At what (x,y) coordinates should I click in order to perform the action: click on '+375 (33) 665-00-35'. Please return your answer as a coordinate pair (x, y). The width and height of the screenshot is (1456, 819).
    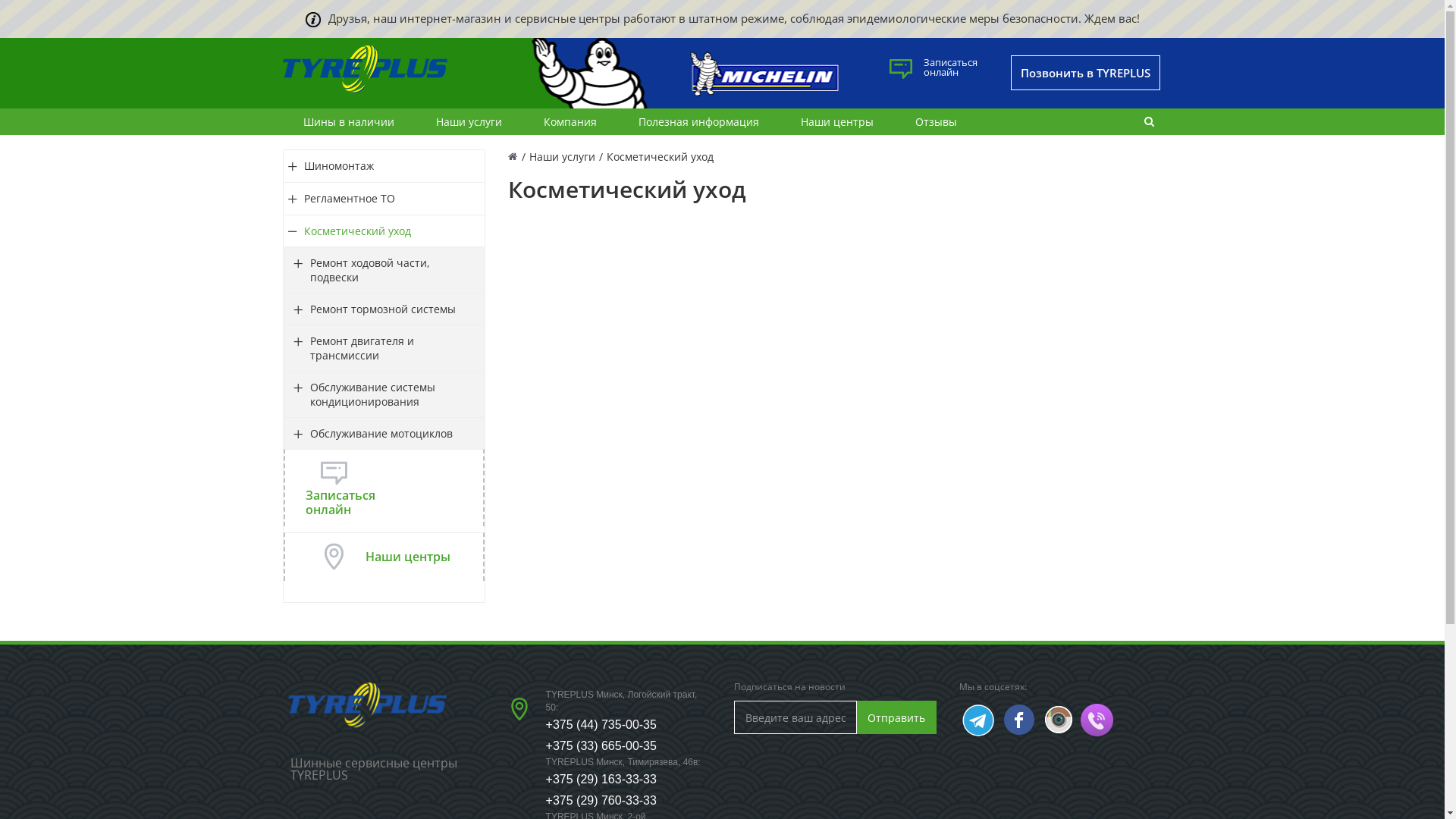
    Looking at the image, I should click on (600, 745).